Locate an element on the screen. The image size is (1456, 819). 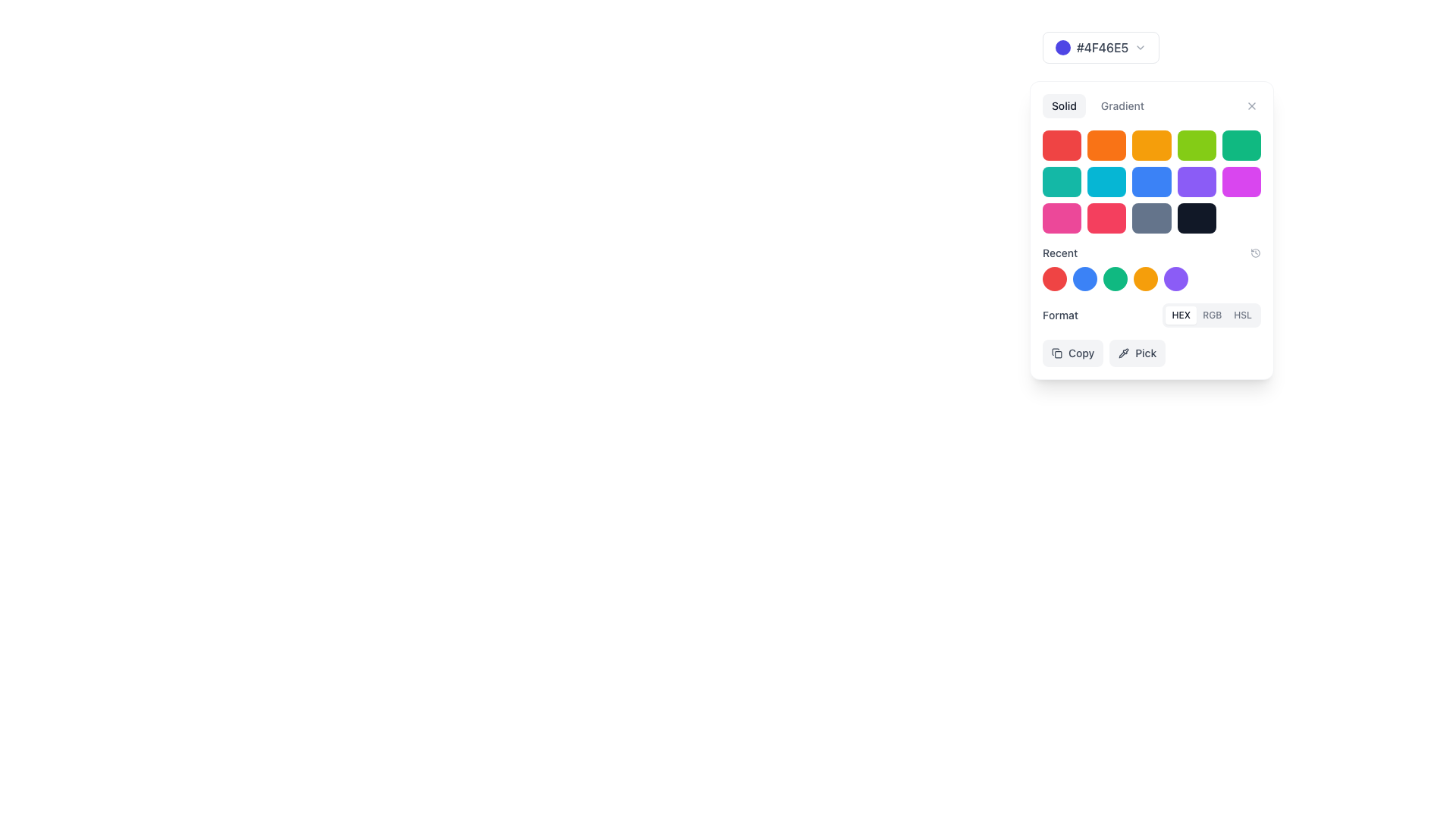
the cyan color choice button located in the second row and second column of the grid is located at coordinates (1106, 180).